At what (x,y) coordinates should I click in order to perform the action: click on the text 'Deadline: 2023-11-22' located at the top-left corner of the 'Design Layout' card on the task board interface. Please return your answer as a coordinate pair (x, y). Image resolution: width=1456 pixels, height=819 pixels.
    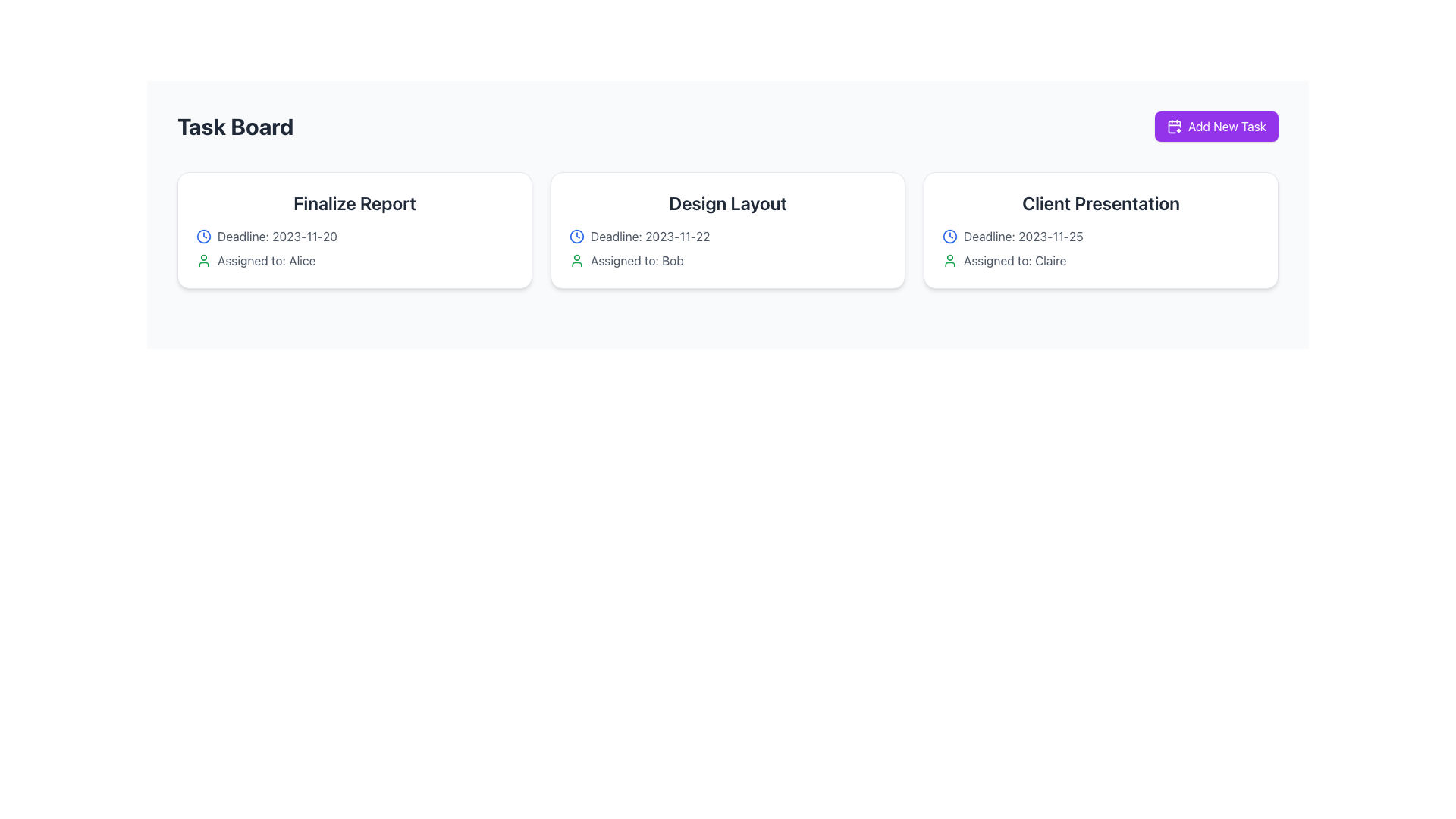
    Looking at the image, I should click on (650, 237).